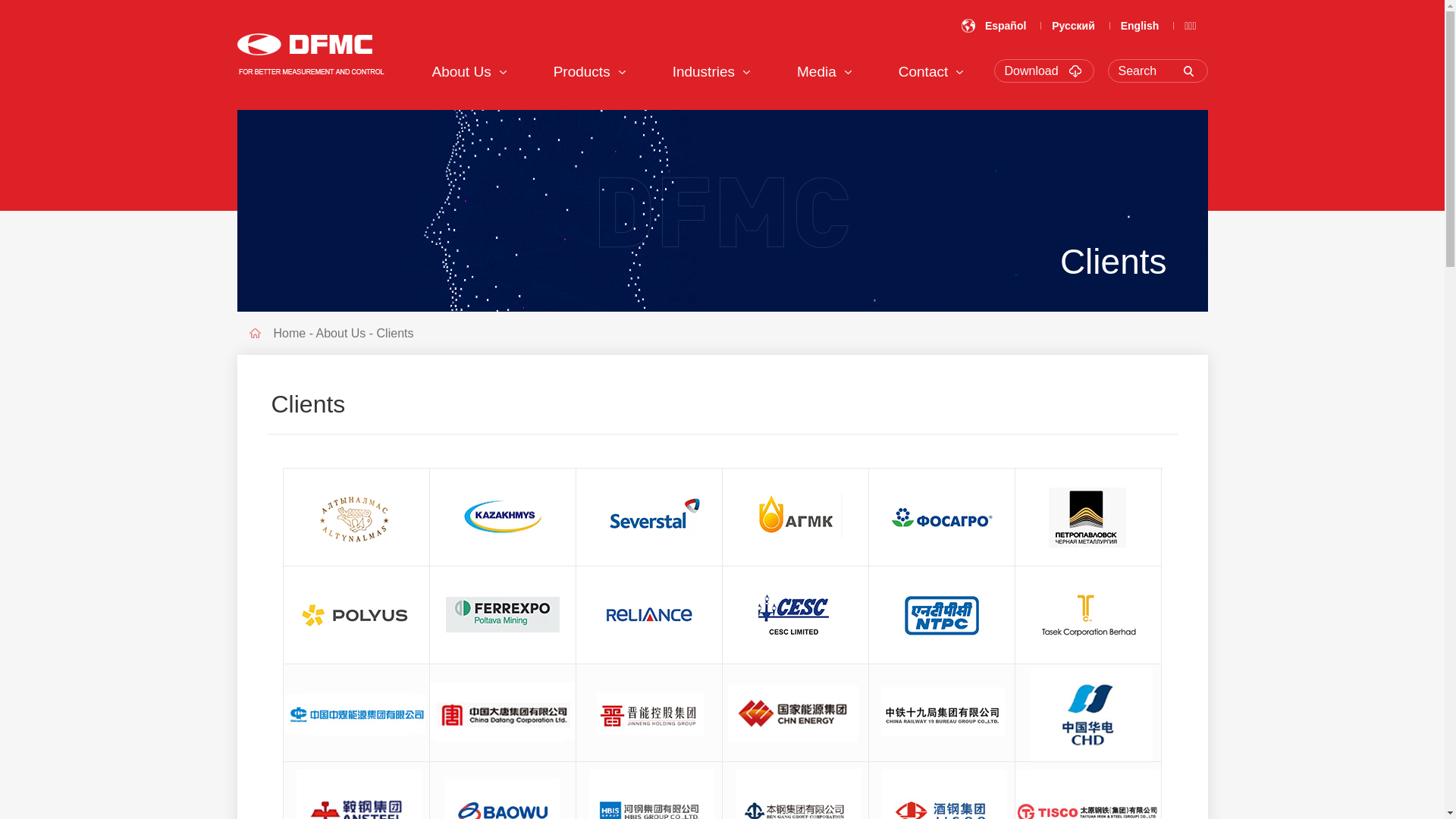 The height and width of the screenshot is (819, 1456). I want to click on 'Download', so click(1004, 71).